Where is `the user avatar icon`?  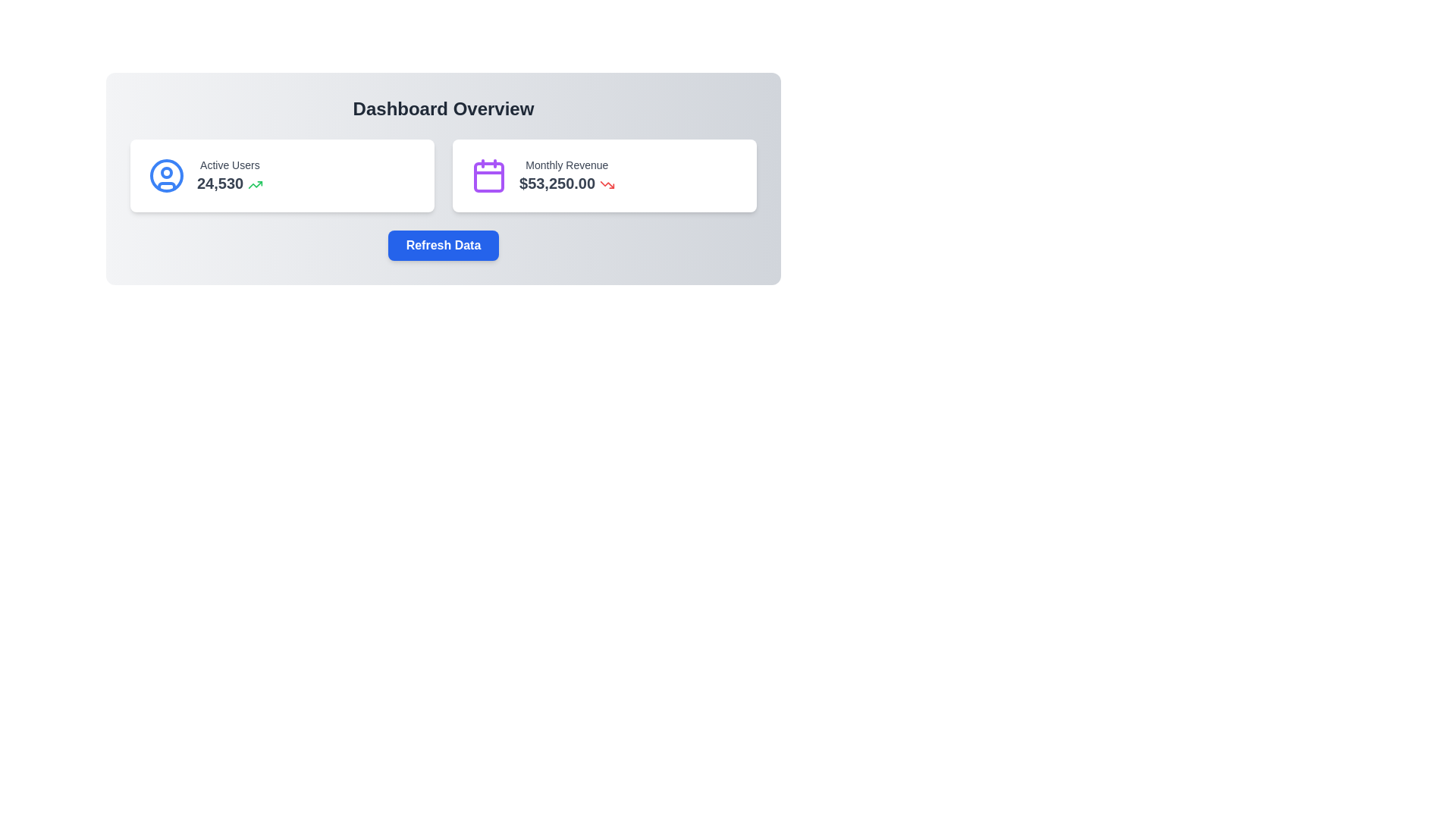
the user avatar icon is located at coordinates (167, 174).